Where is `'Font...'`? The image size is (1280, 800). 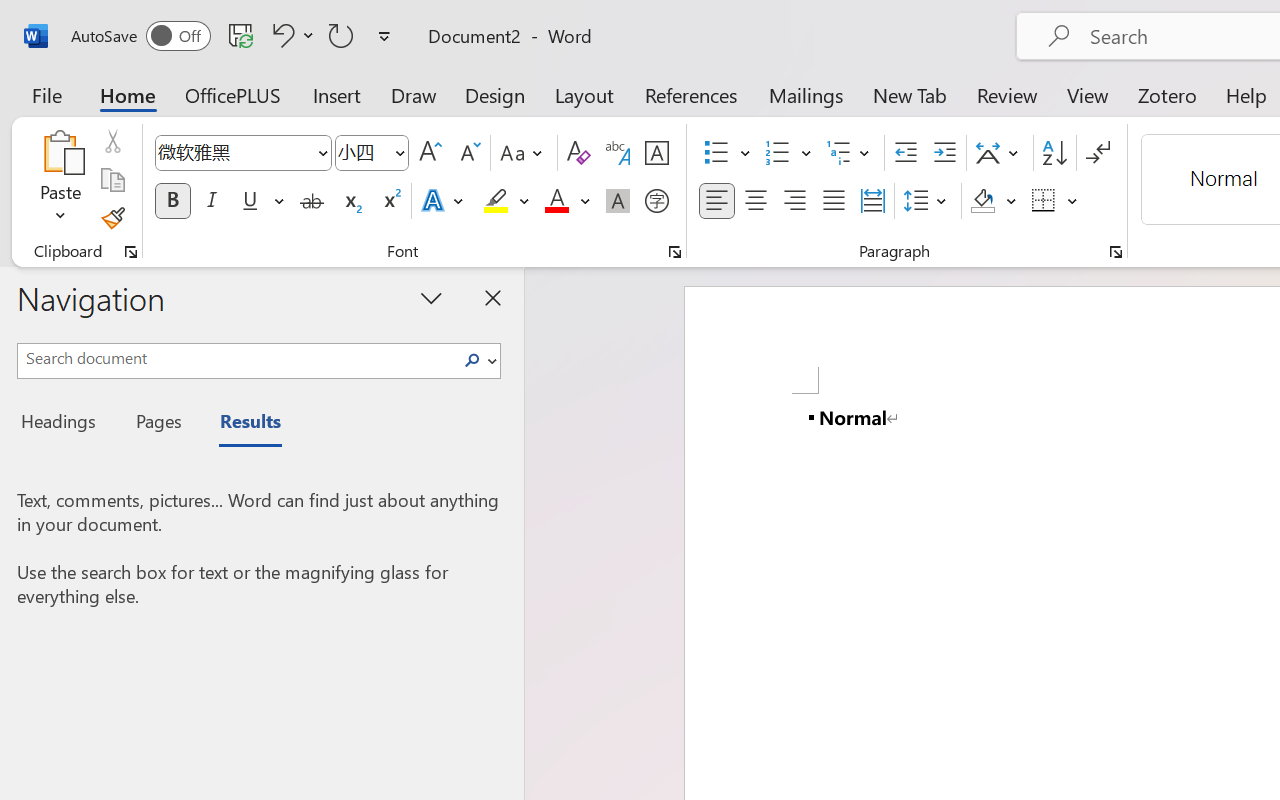
'Font...' is located at coordinates (675, 251).